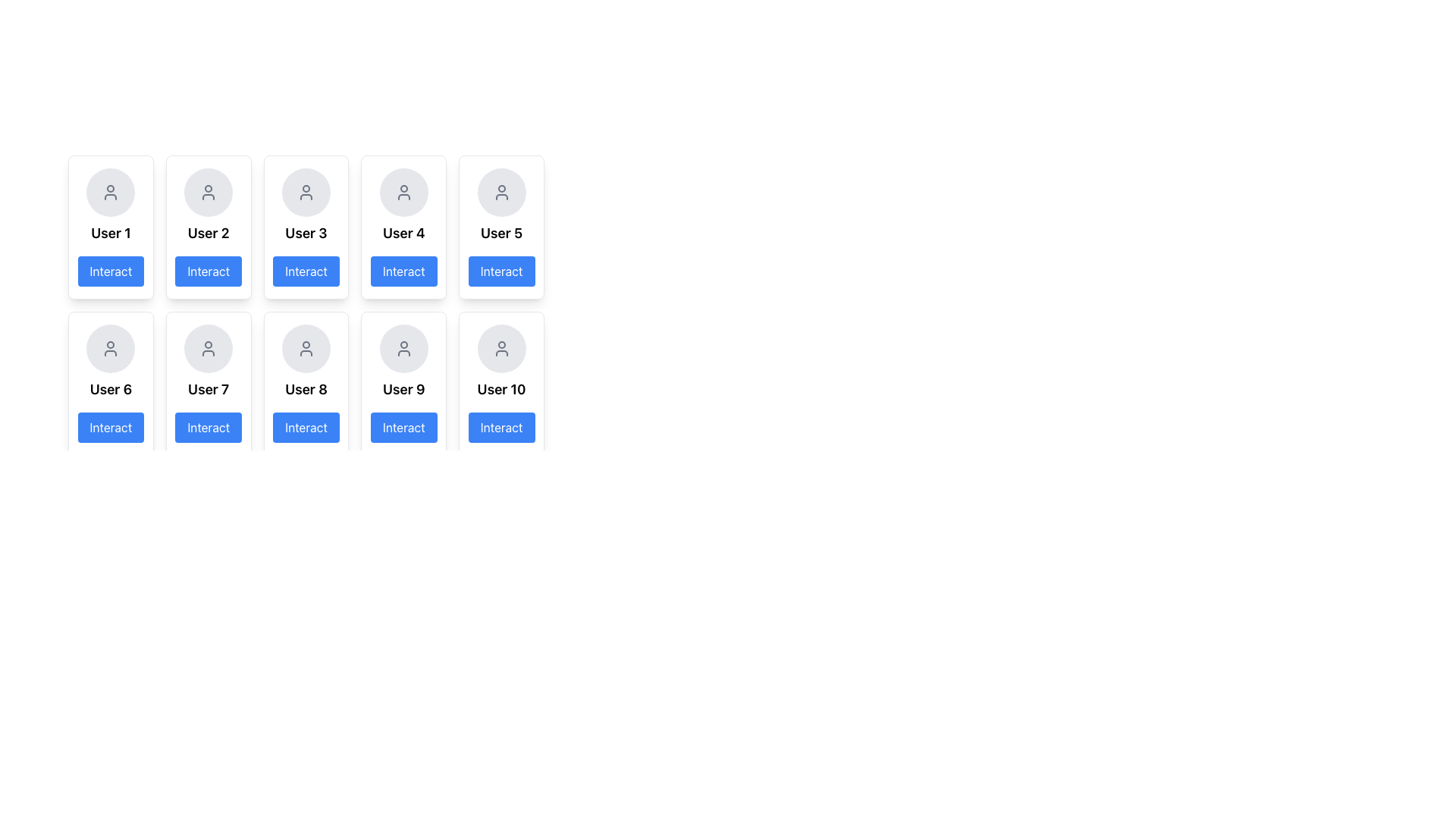  I want to click on the 10th user profile card in the layout, so click(501, 382).